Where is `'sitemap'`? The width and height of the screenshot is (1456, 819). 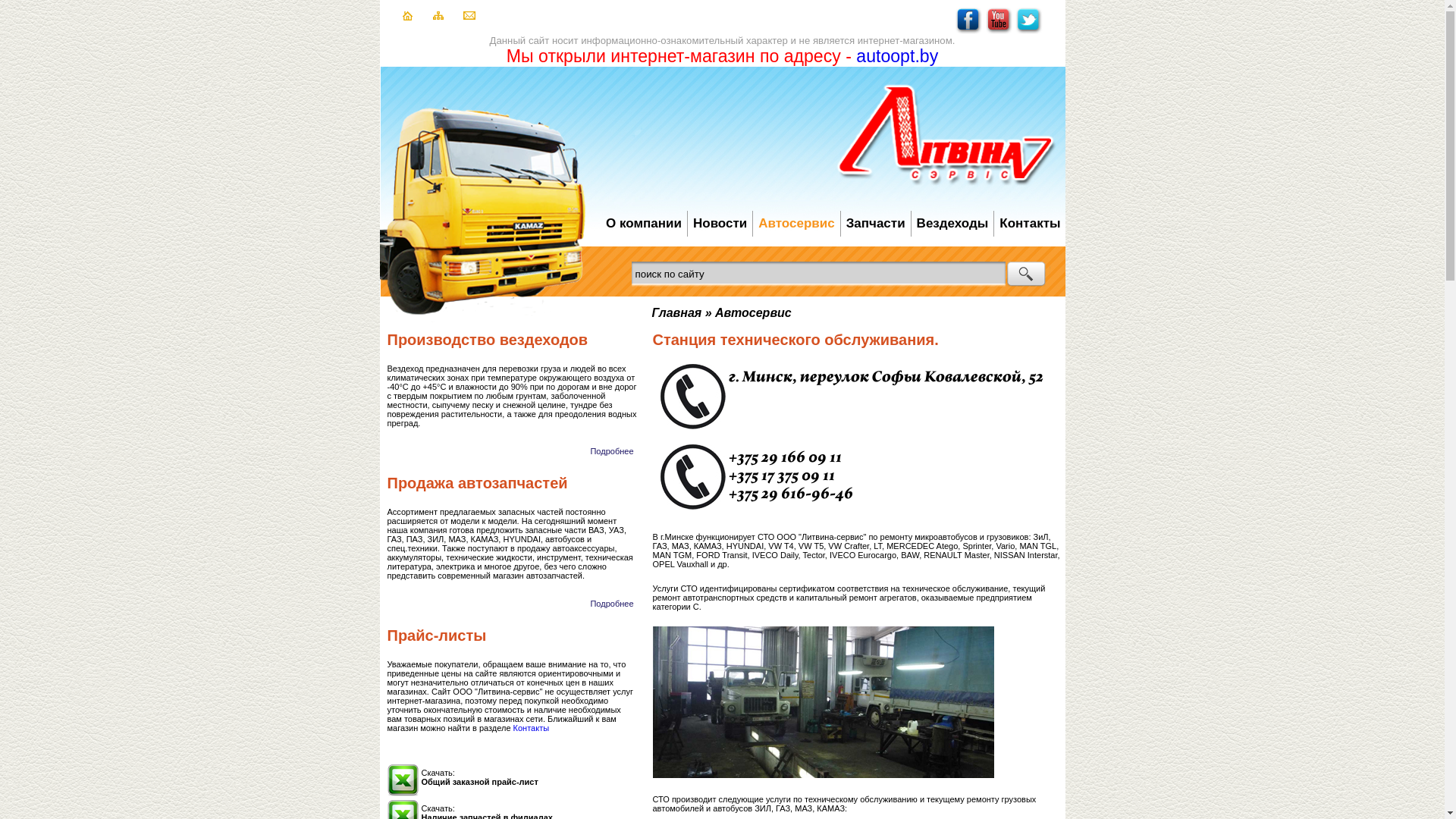
'sitemap' is located at coordinates (436, 17).